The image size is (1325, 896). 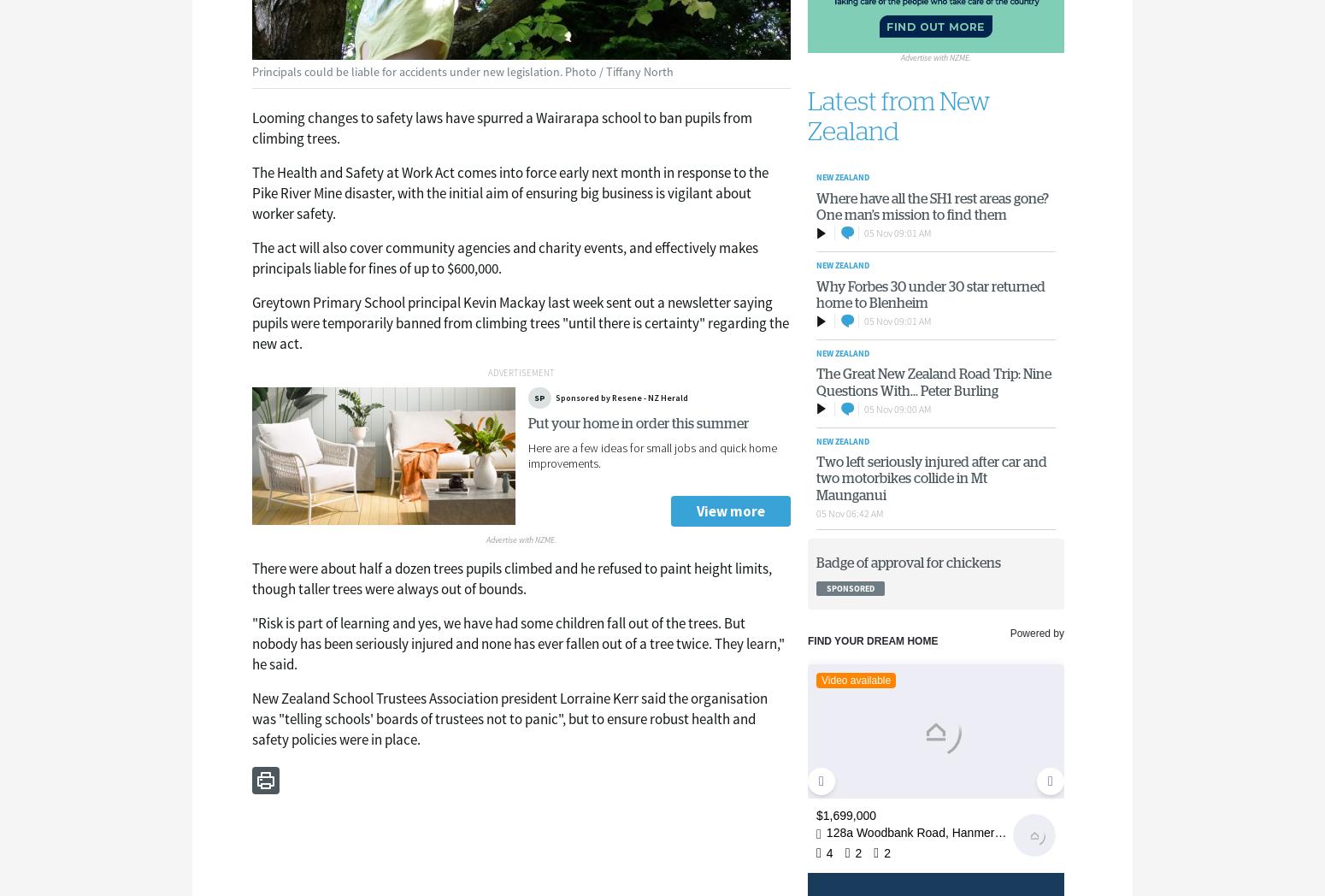 What do you see at coordinates (510, 192) in the screenshot?
I see `'The Health and Safety at Work Act comes into force early next month in response to the Pike River Mine disaster, with the initial aim of ensuring big business is vigilant about worker safety.'` at bounding box center [510, 192].